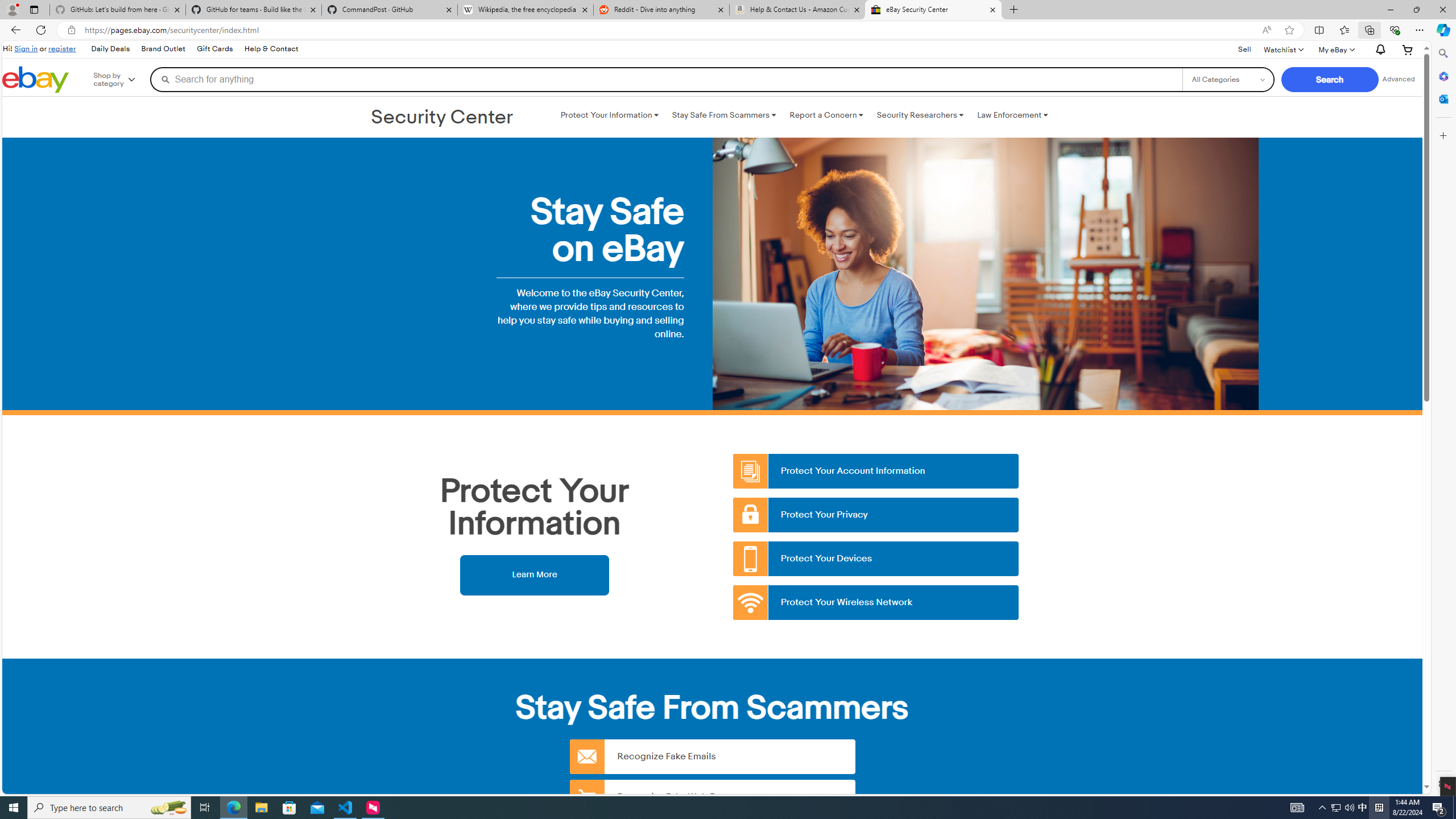 The width and height of the screenshot is (1456, 819). What do you see at coordinates (1244, 48) in the screenshot?
I see `'Sell'` at bounding box center [1244, 48].